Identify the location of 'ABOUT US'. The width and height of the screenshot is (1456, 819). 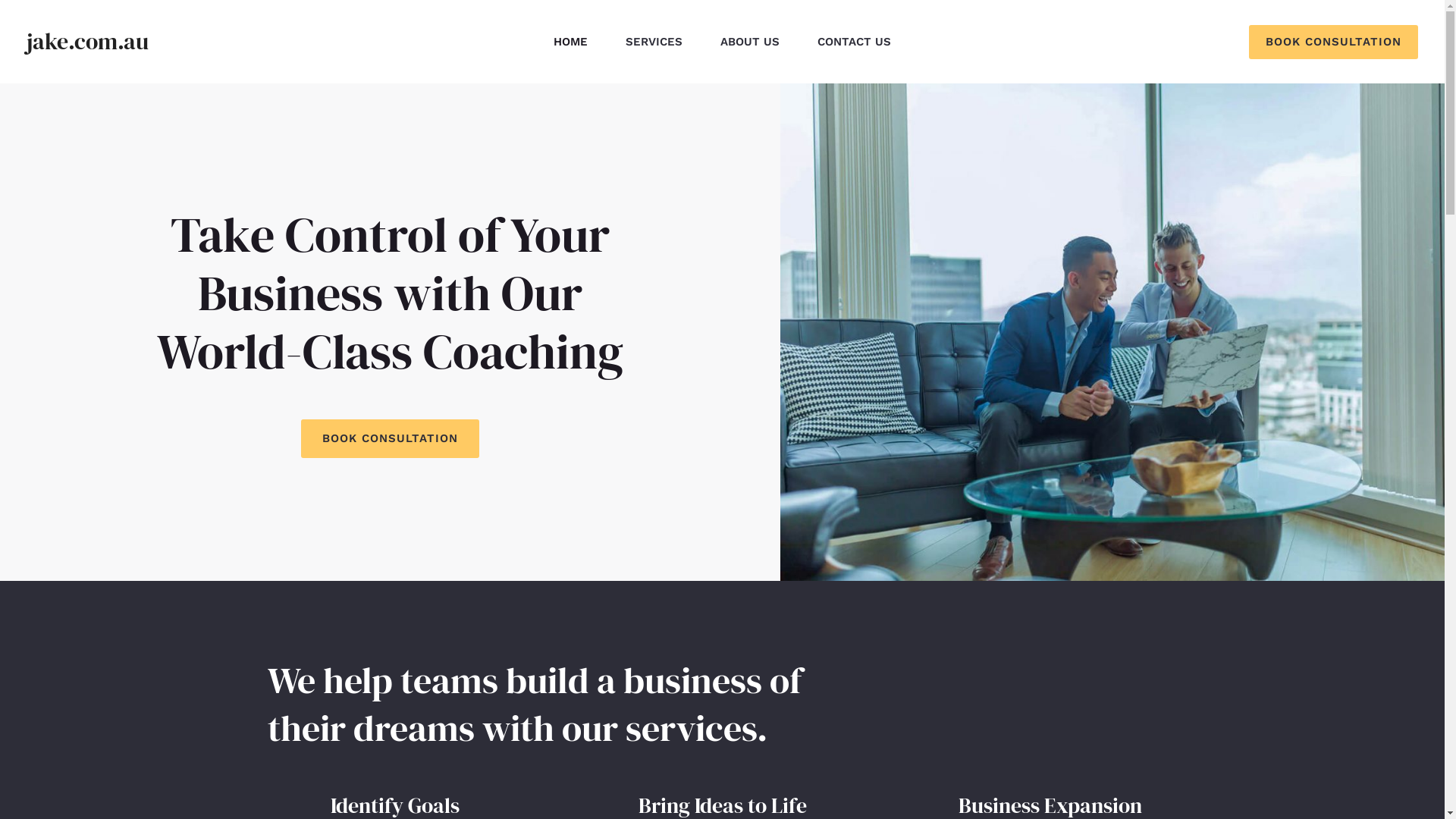
(749, 40).